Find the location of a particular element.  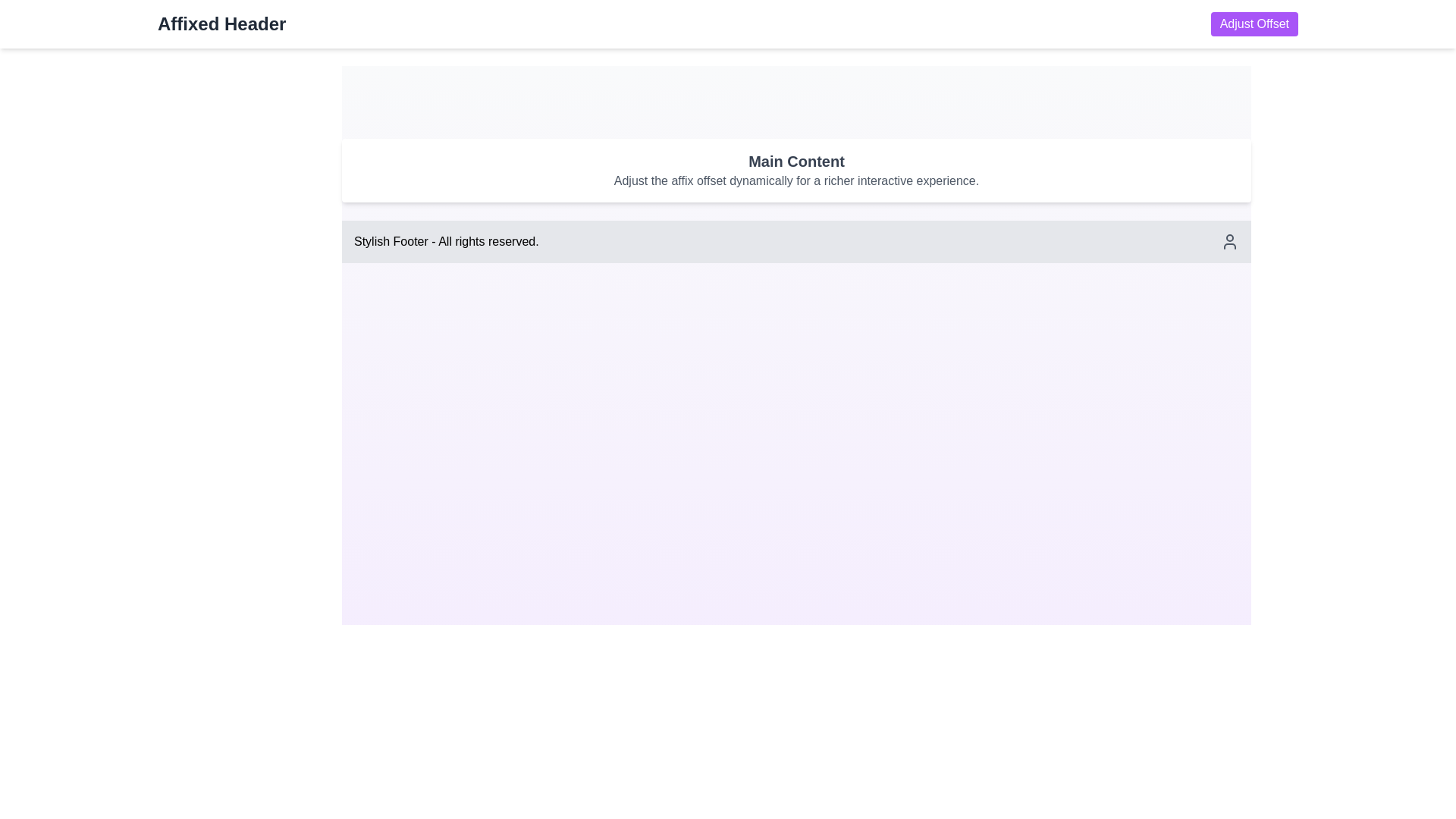

the button located at the top-right corner of the interface, which adjusts or modifies an offset parameter, to change its appearance is located at coordinates (1254, 24).